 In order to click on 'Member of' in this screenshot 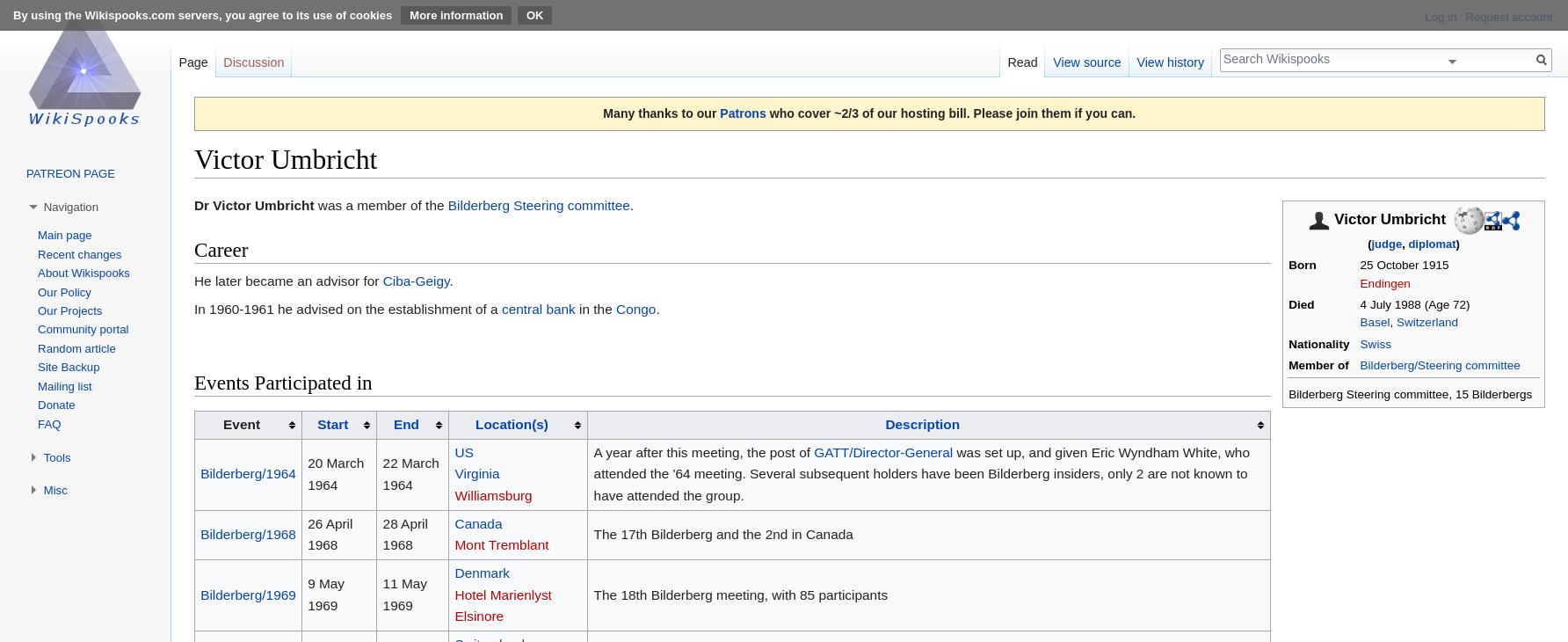, I will do `click(1317, 363)`.